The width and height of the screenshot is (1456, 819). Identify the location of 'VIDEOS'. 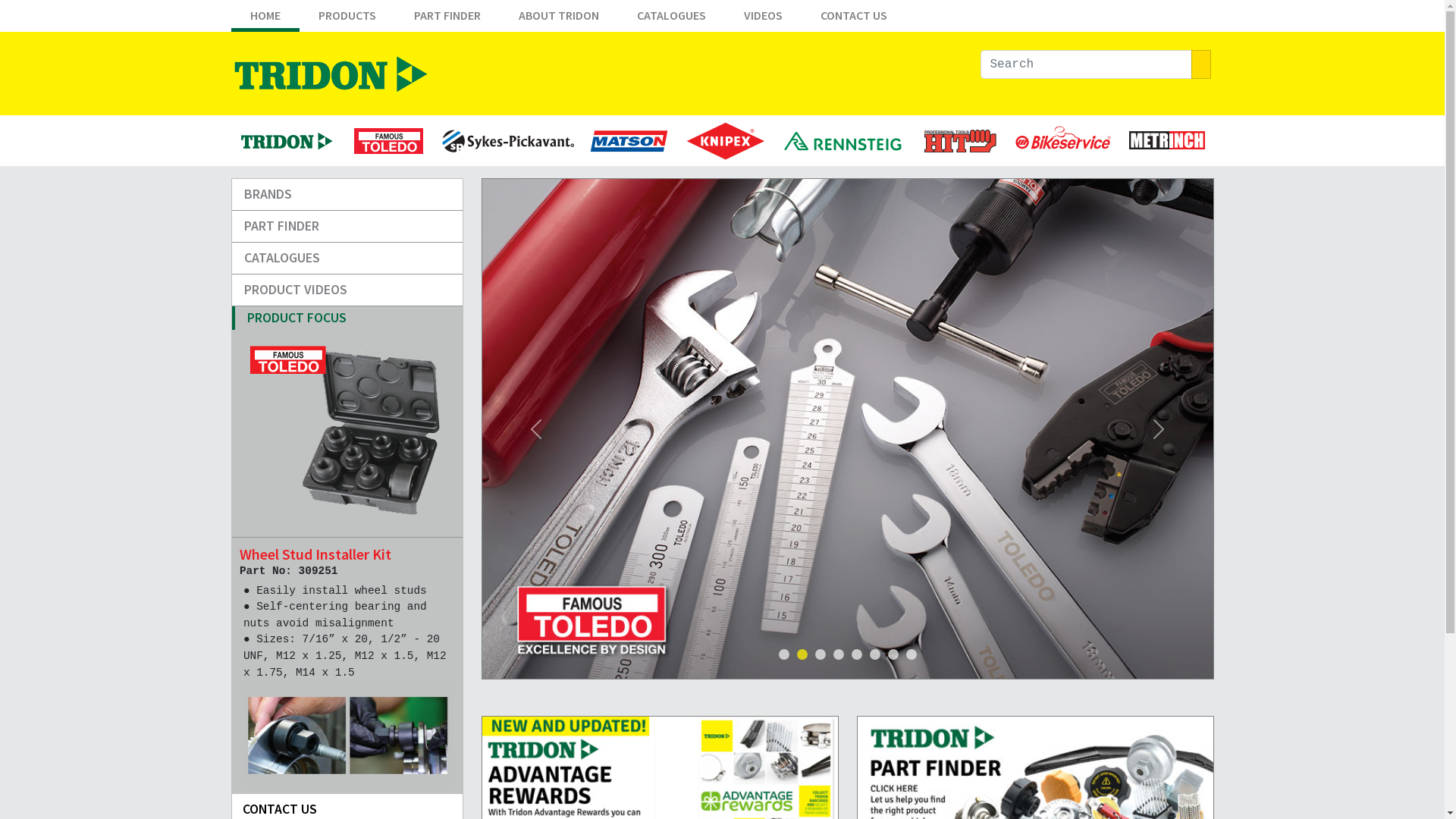
(763, 18).